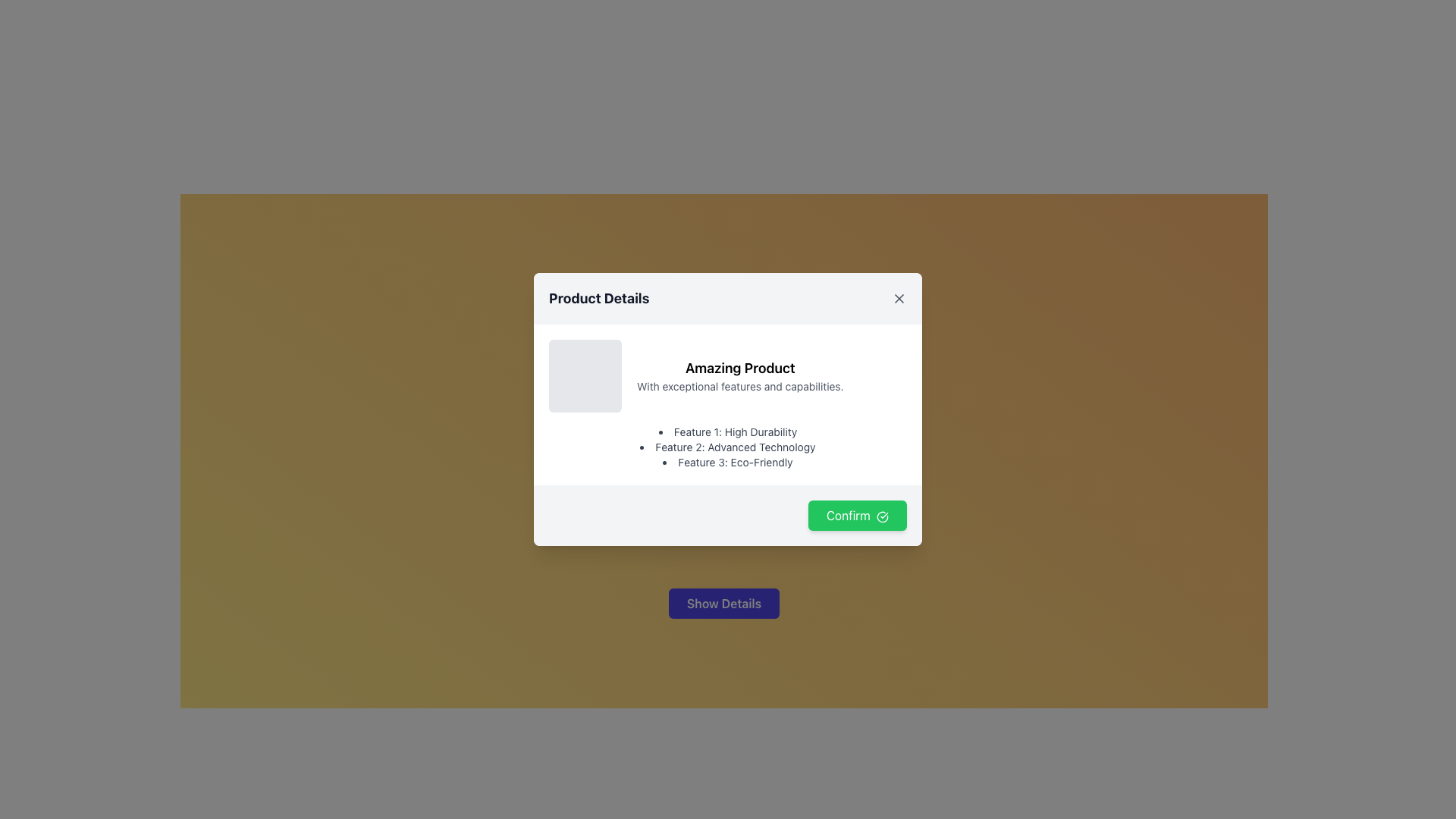  I want to click on text displayed in the Informational content block located in the center of the 'Product Details' dialog, which is the first significant section after the dialog title, so click(728, 375).